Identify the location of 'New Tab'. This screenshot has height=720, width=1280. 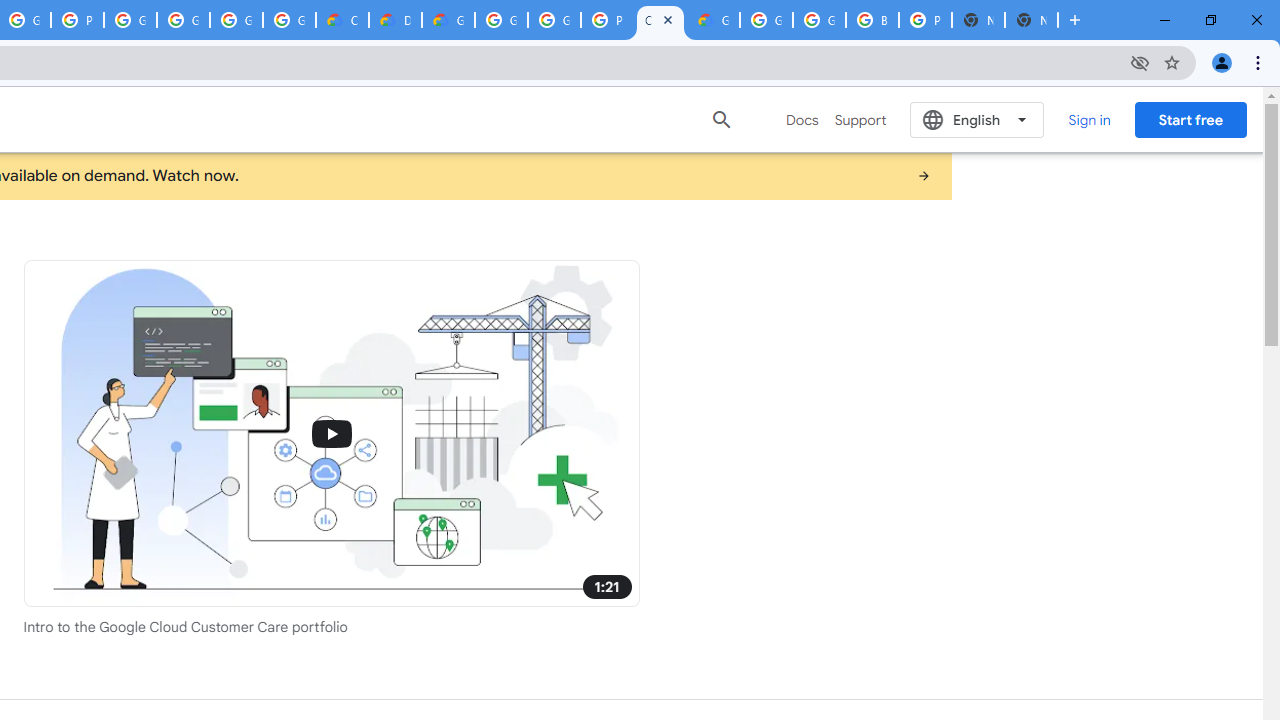
(1031, 20).